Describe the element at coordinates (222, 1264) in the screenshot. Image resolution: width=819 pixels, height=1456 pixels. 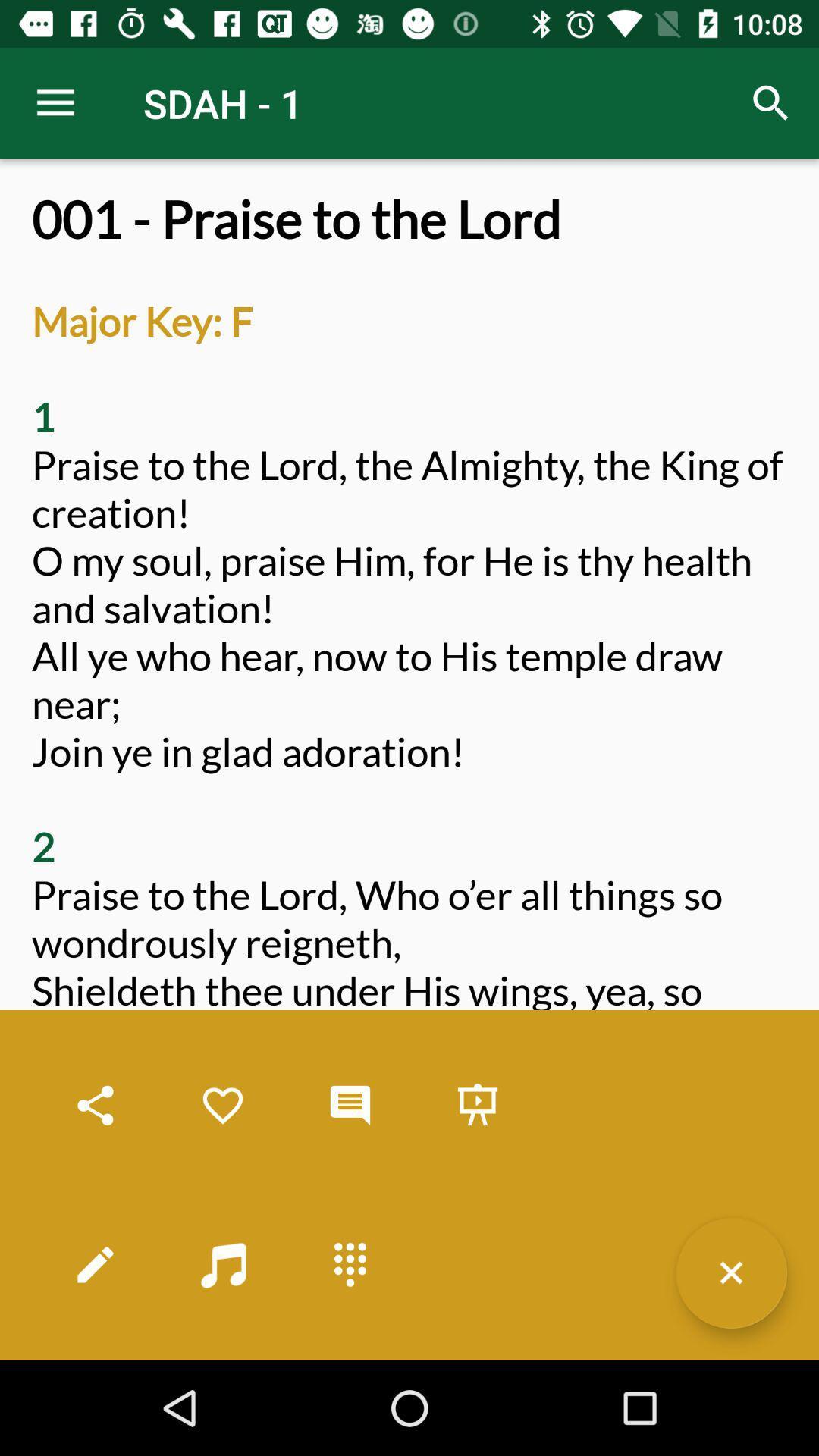
I see `the music icon` at that location.